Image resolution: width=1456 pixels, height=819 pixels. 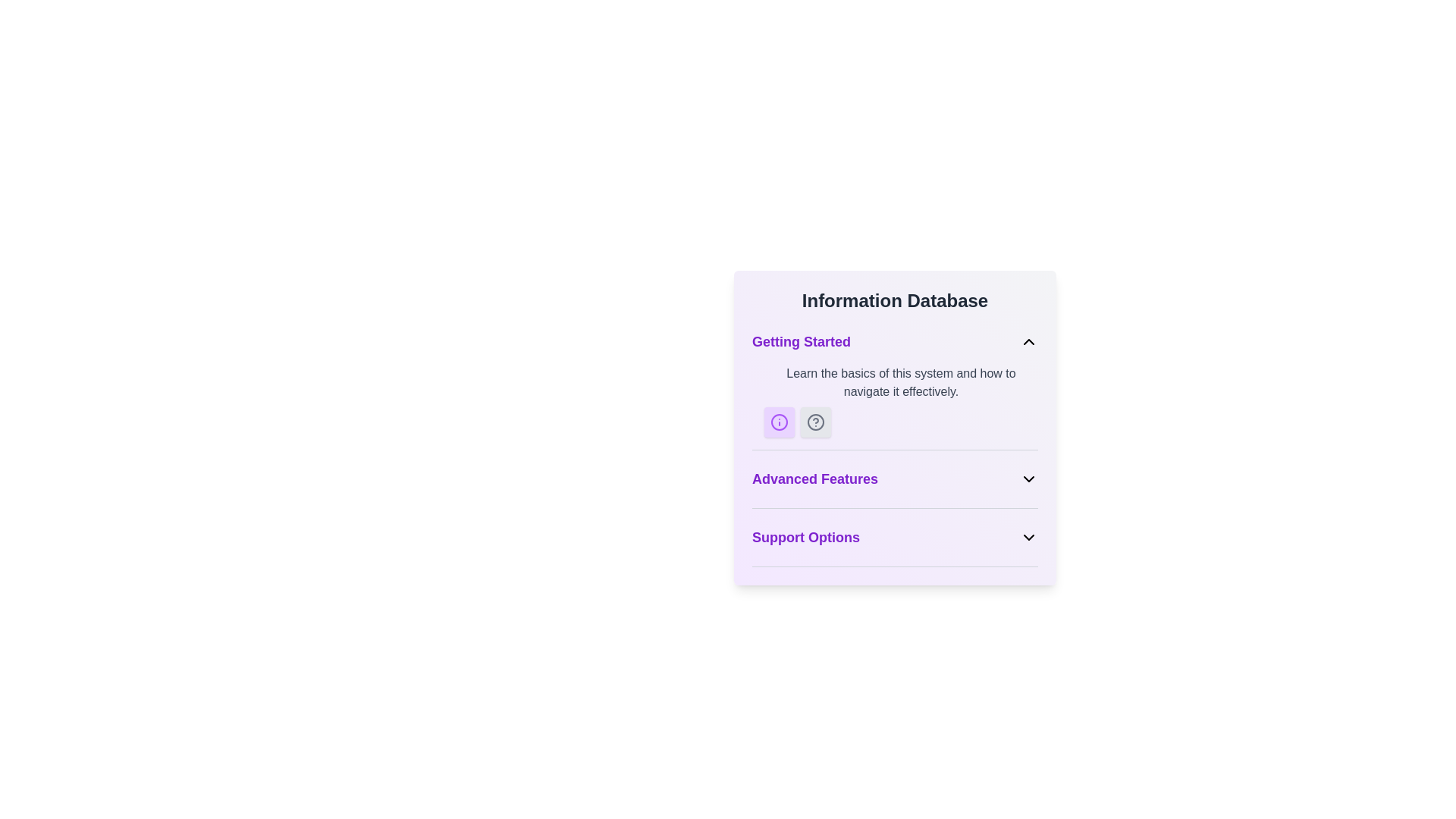 I want to click on the text label saying 'Getting Started' which is styled in purple and bold font, located at the top-left part of the section titled 'Information Database', so click(x=800, y=342).